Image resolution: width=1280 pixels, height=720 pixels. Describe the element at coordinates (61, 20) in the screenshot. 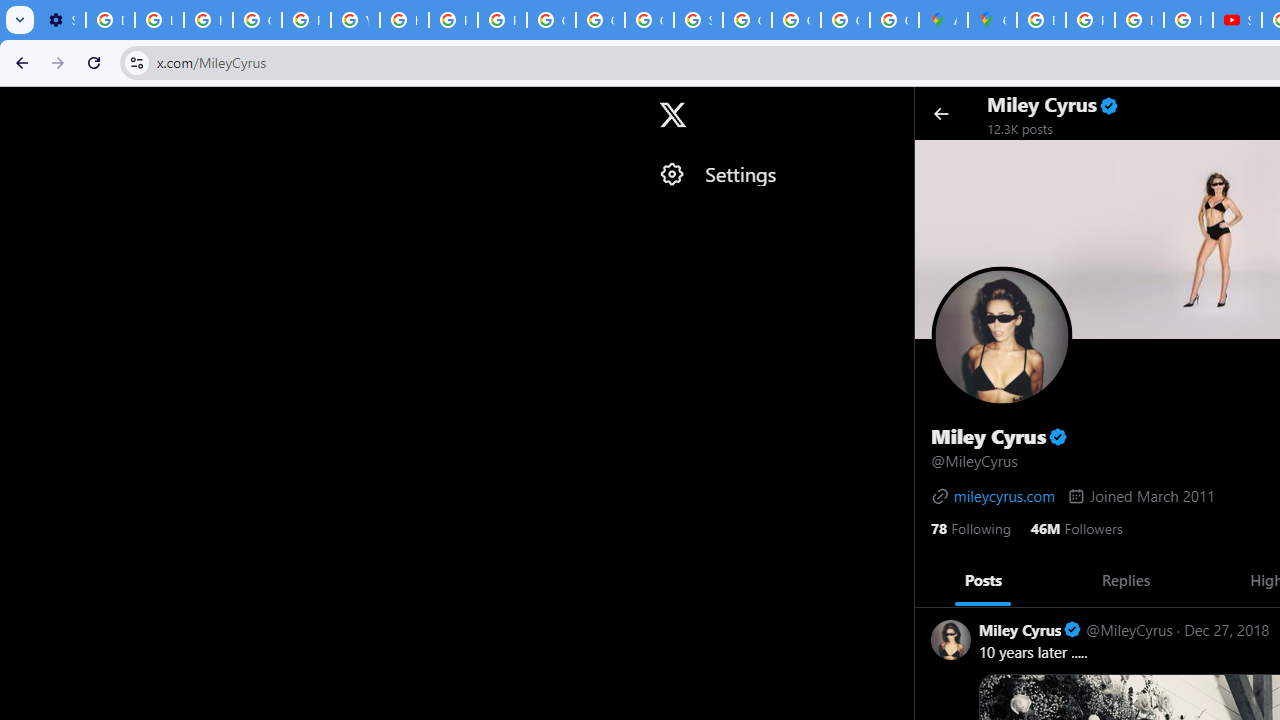

I see `'Settings - Customize profile'` at that location.